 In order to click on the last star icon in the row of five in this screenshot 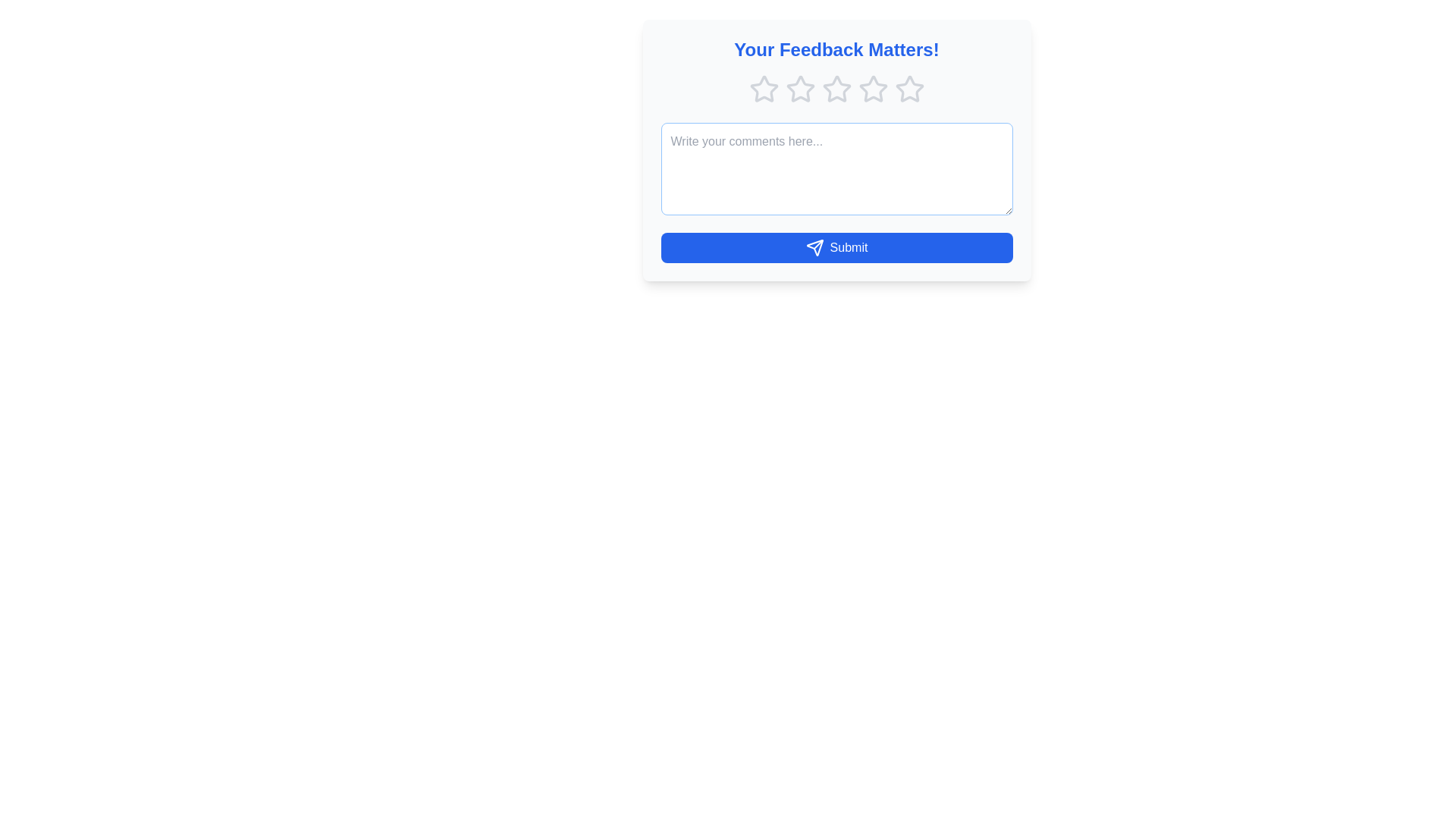, I will do `click(909, 88)`.